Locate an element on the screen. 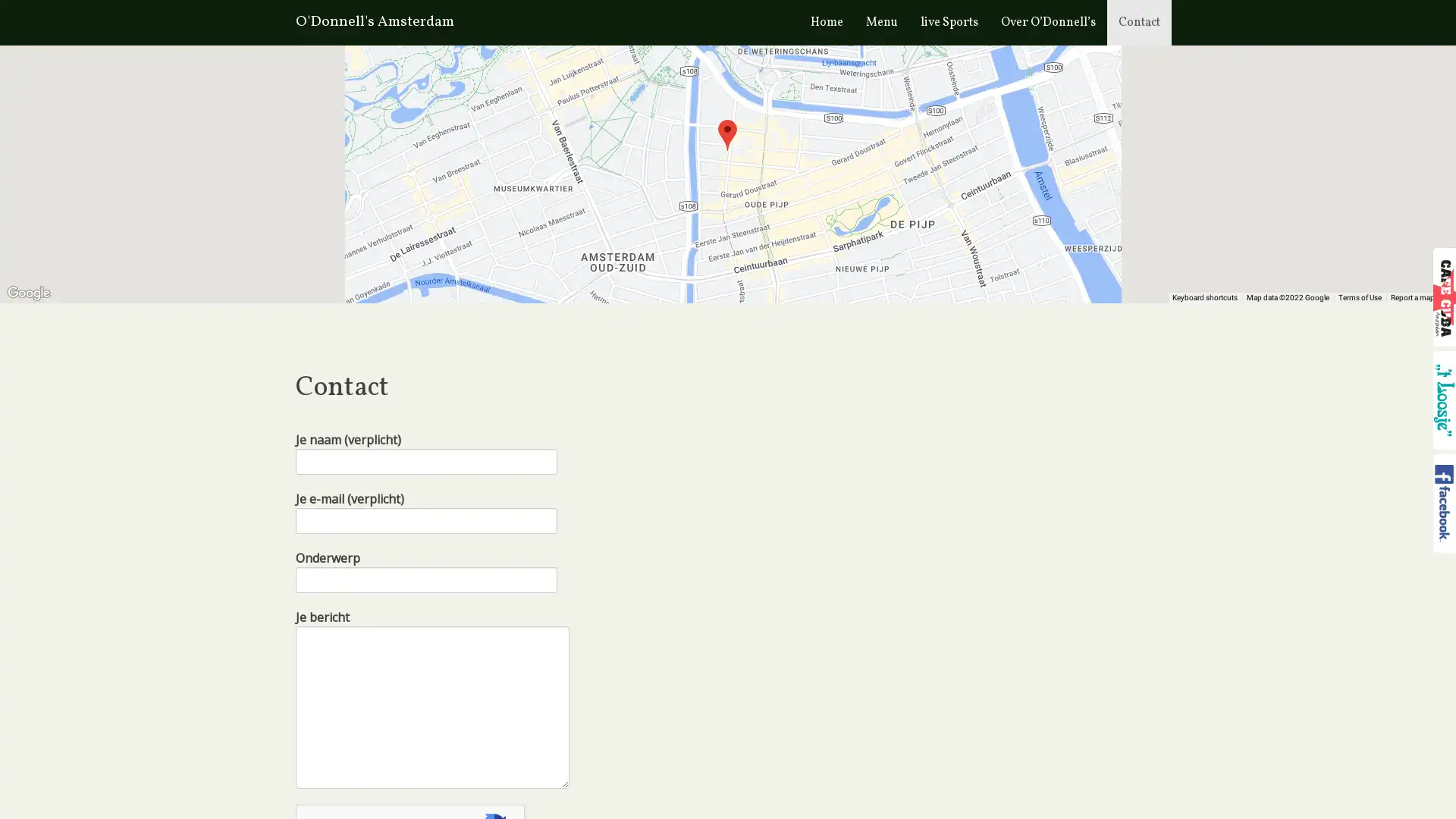 Image resolution: width=1456 pixels, height=819 pixels. Keyboard shortcuts is located at coordinates (1203, 298).